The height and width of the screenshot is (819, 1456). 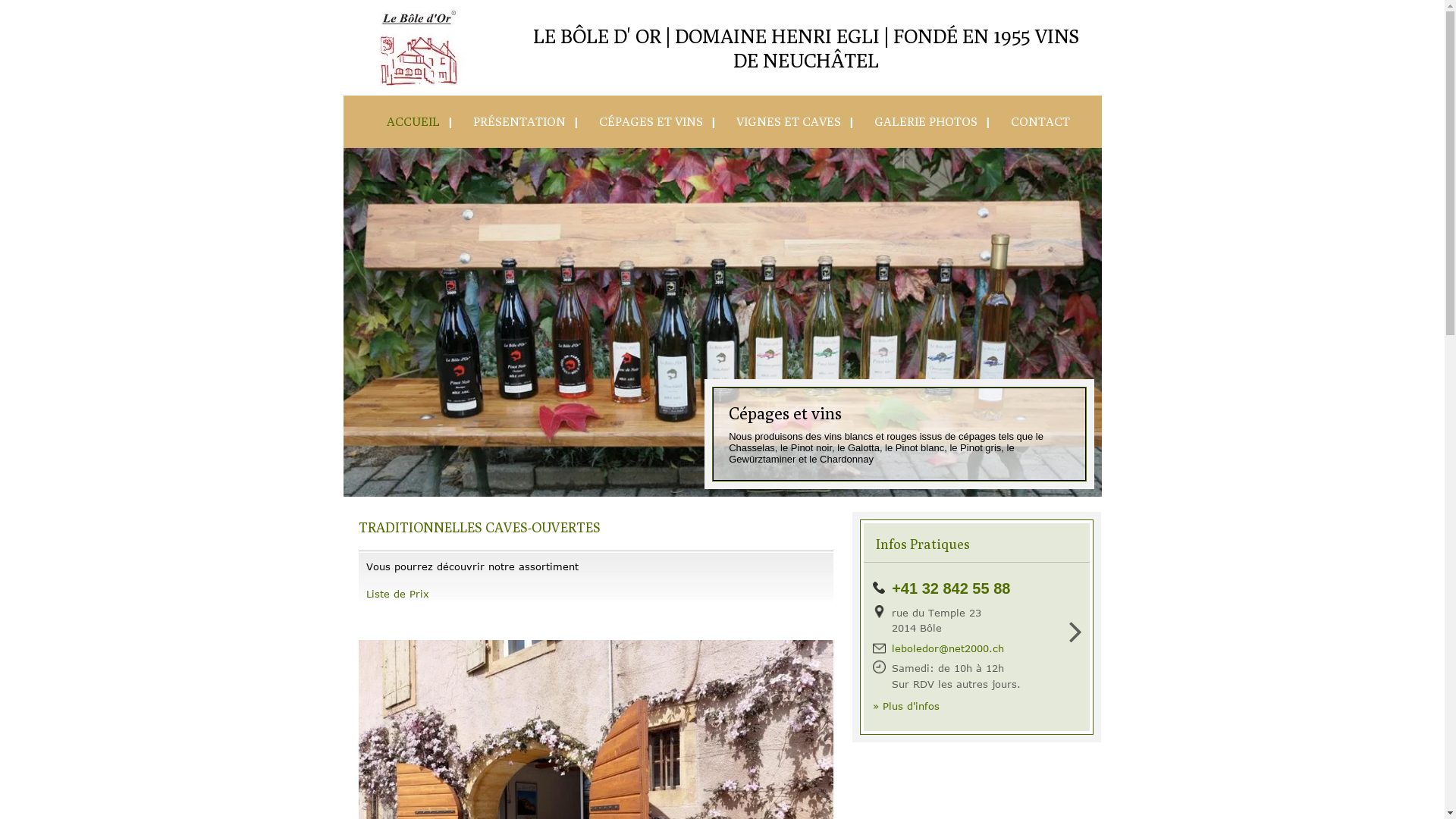 What do you see at coordinates (919, 121) in the screenshot?
I see `'GALERIE PHOTOS'` at bounding box center [919, 121].